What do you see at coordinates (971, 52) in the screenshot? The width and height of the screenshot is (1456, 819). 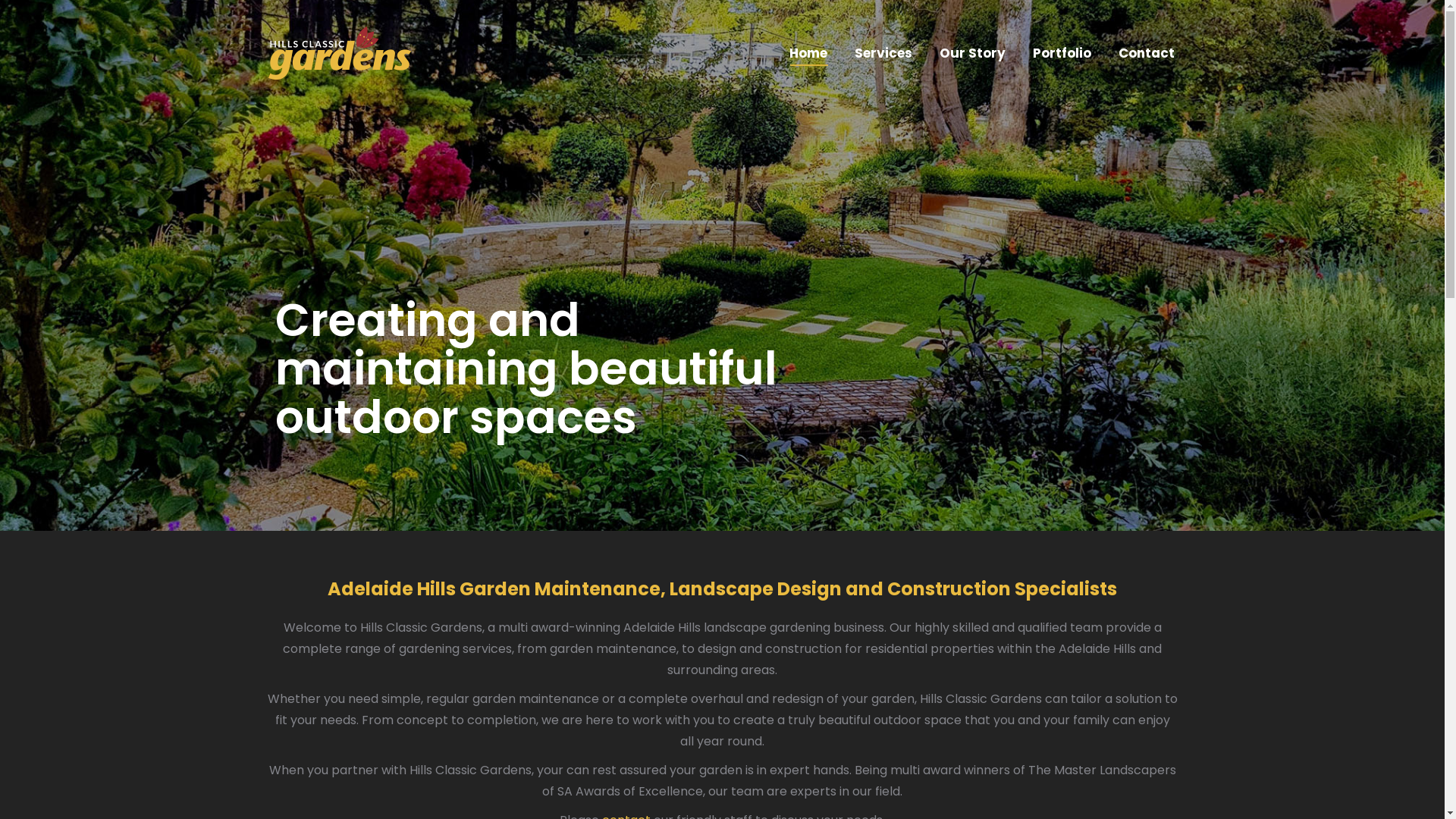 I see `'Our Story'` at bounding box center [971, 52].